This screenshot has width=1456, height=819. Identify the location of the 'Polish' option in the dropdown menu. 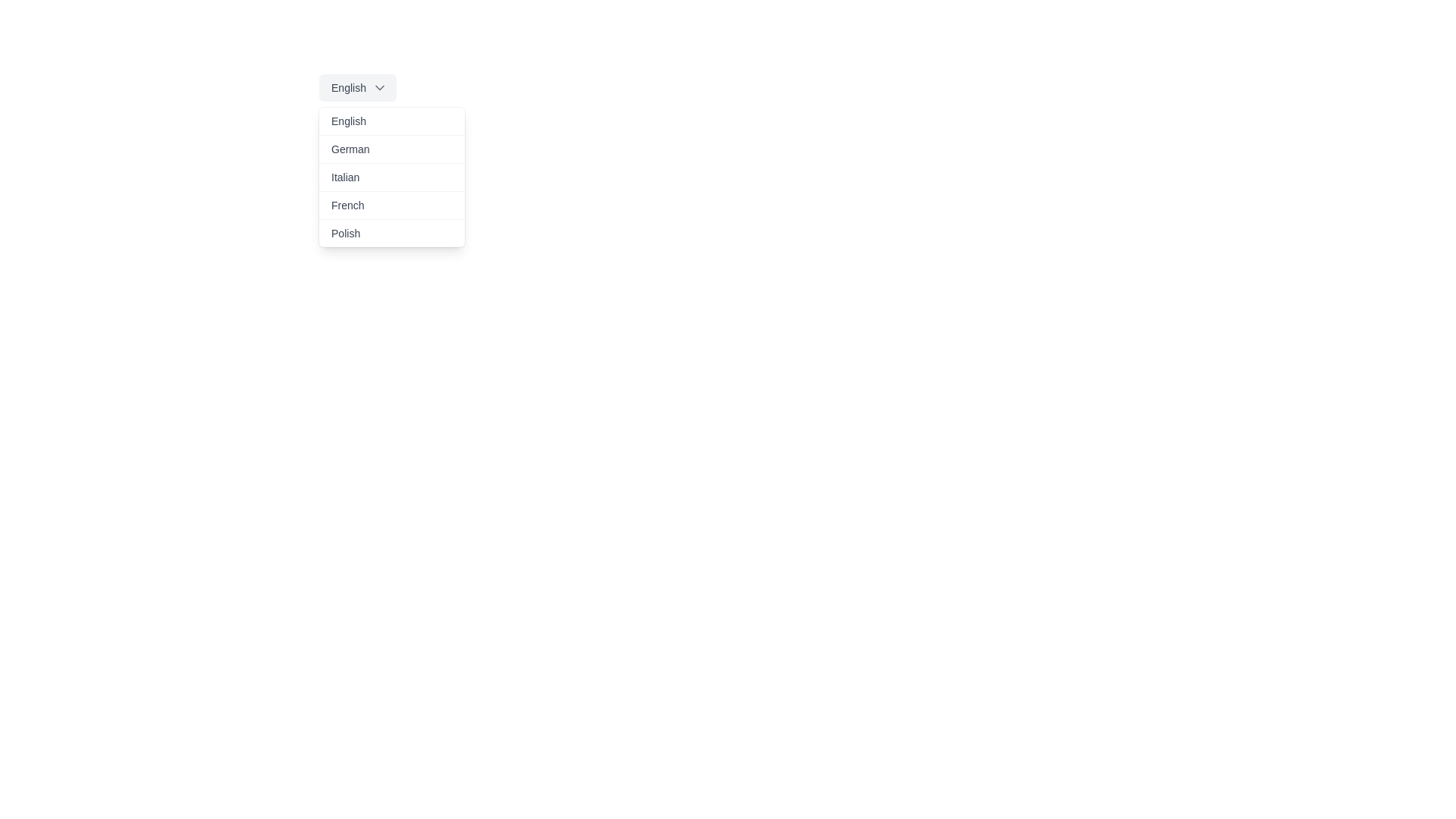
(392, 233).